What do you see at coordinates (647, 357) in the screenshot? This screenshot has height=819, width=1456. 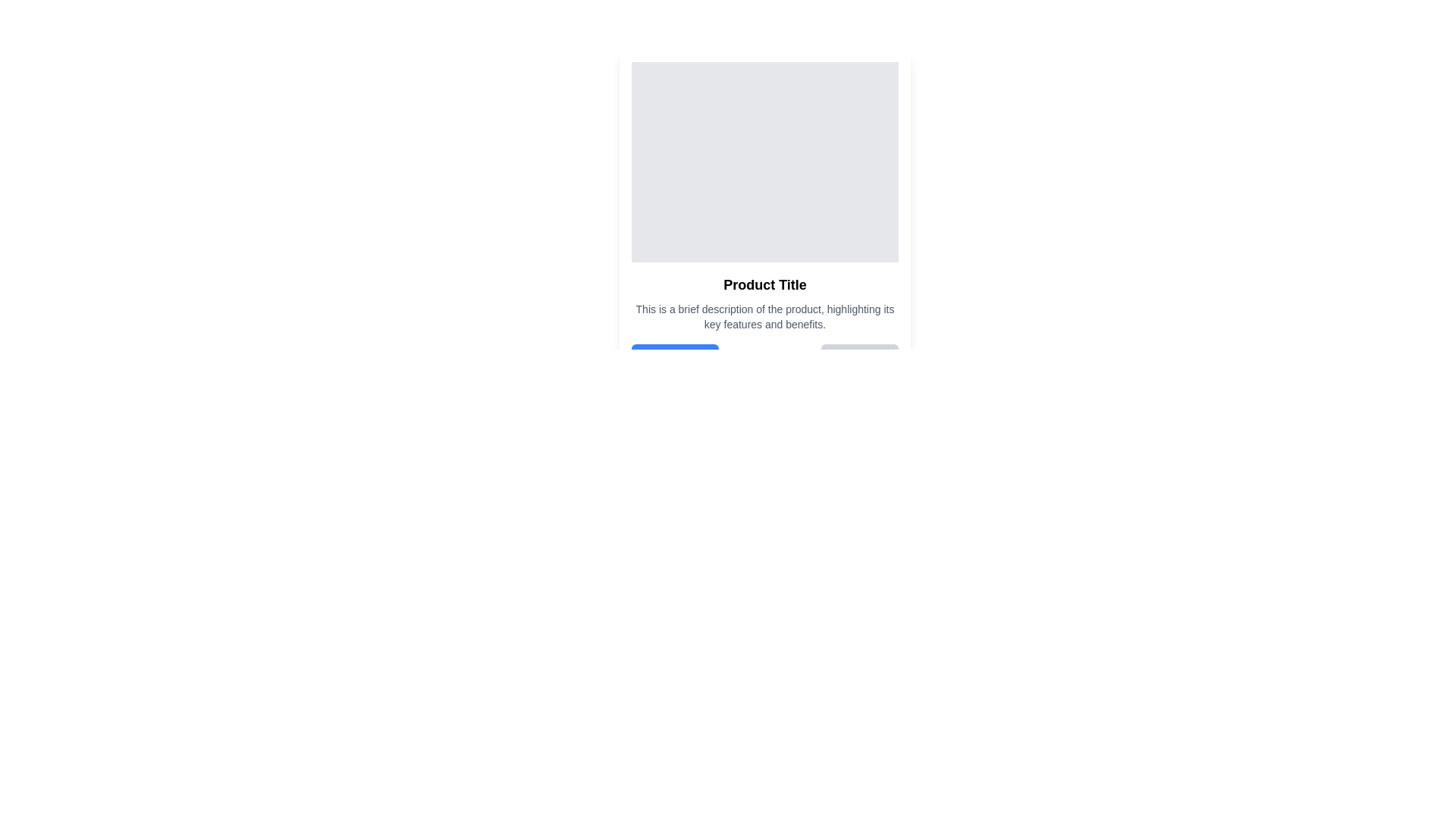 I see `the download icon located within the download button at the bottom left of the card, which is visually indicated by its position preceding the text 'Download'` at bounding box center [647, 357].